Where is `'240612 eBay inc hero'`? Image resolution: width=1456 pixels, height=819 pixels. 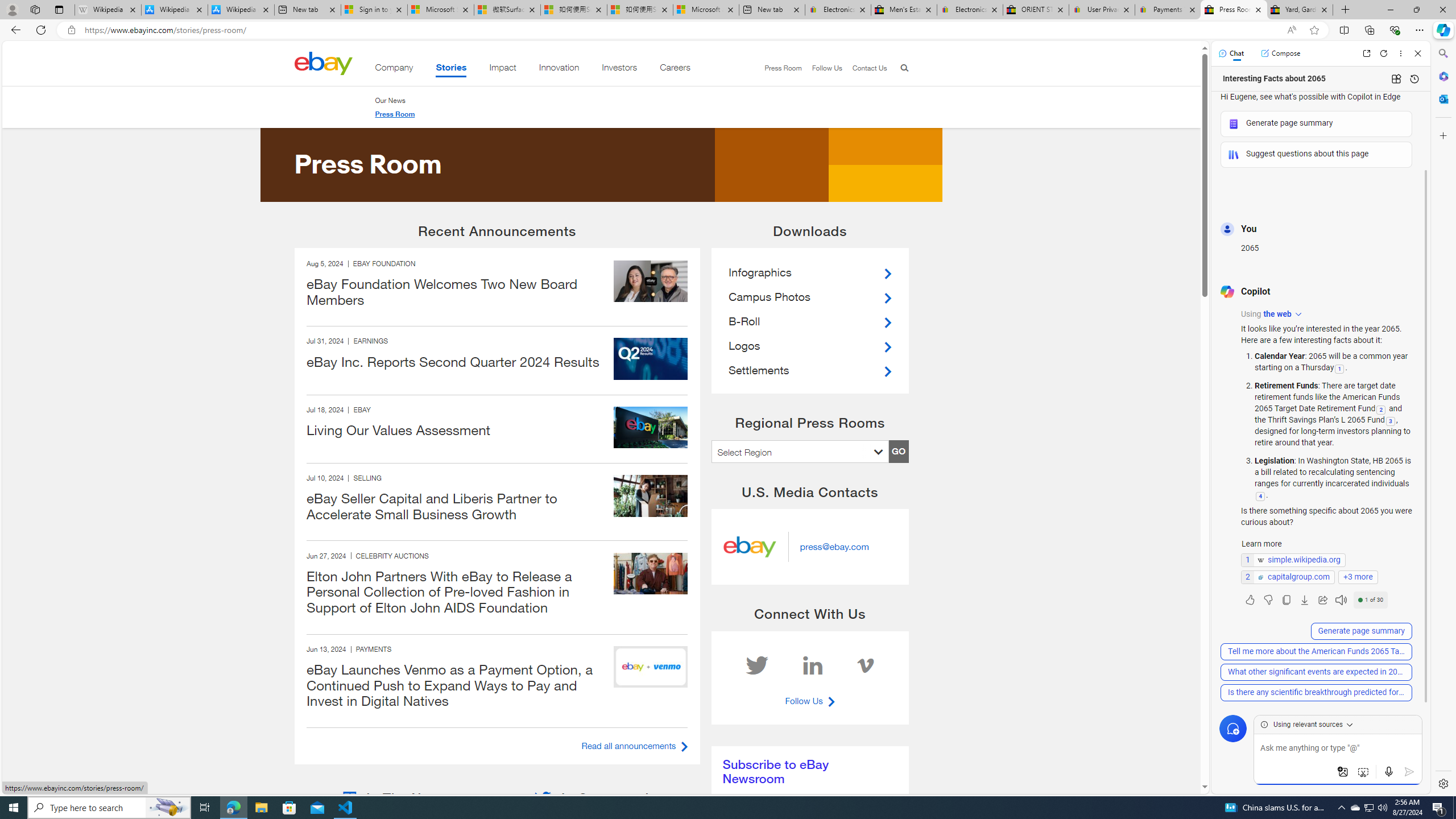 '240612 eBay inc hero' is located at coordinates (651, 666).